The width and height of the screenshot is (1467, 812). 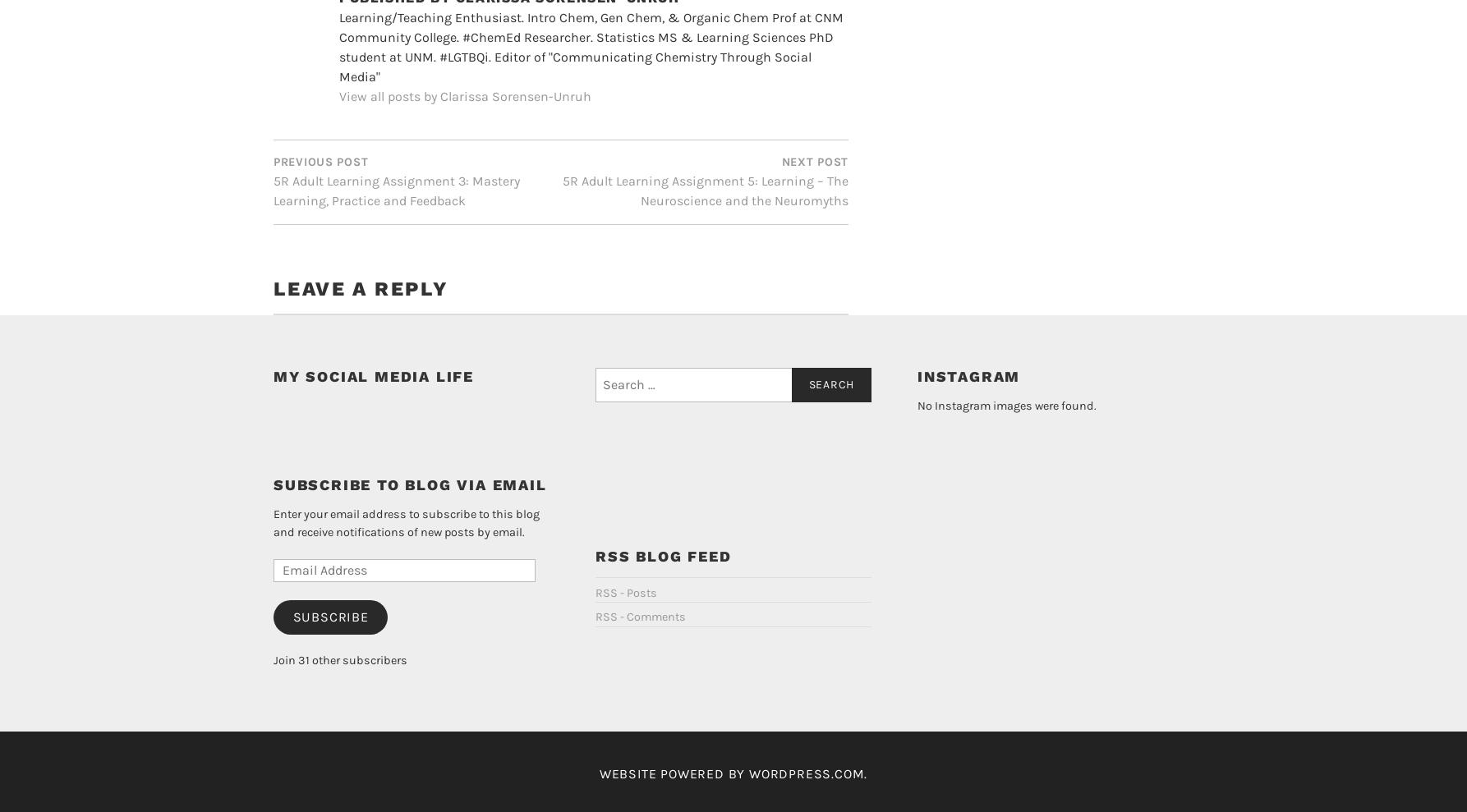 What do you see at coordinates (968, 482) in the screenshot?
I see `'Instagram'` at bounding box center [968, 482].